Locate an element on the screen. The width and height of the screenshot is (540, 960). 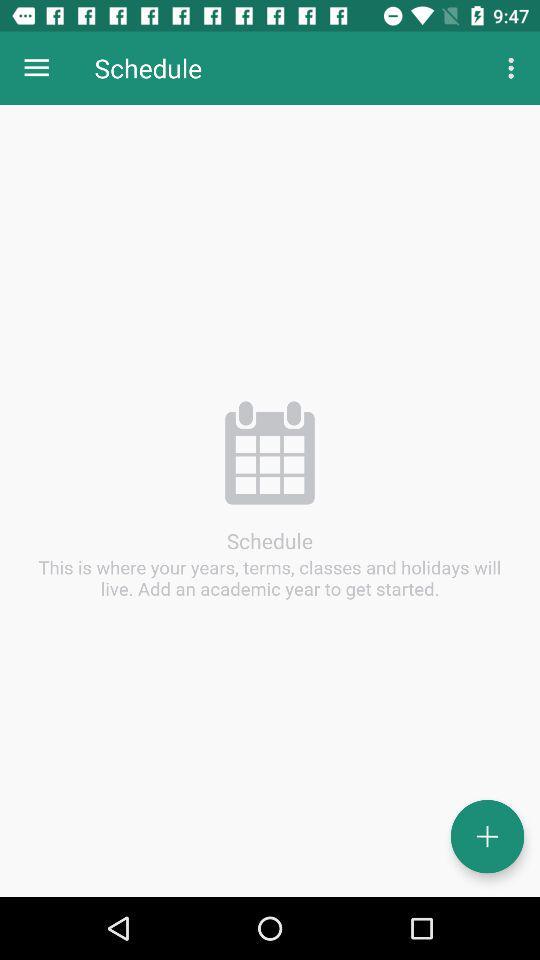
academic year is located at coordinates (486, 836).